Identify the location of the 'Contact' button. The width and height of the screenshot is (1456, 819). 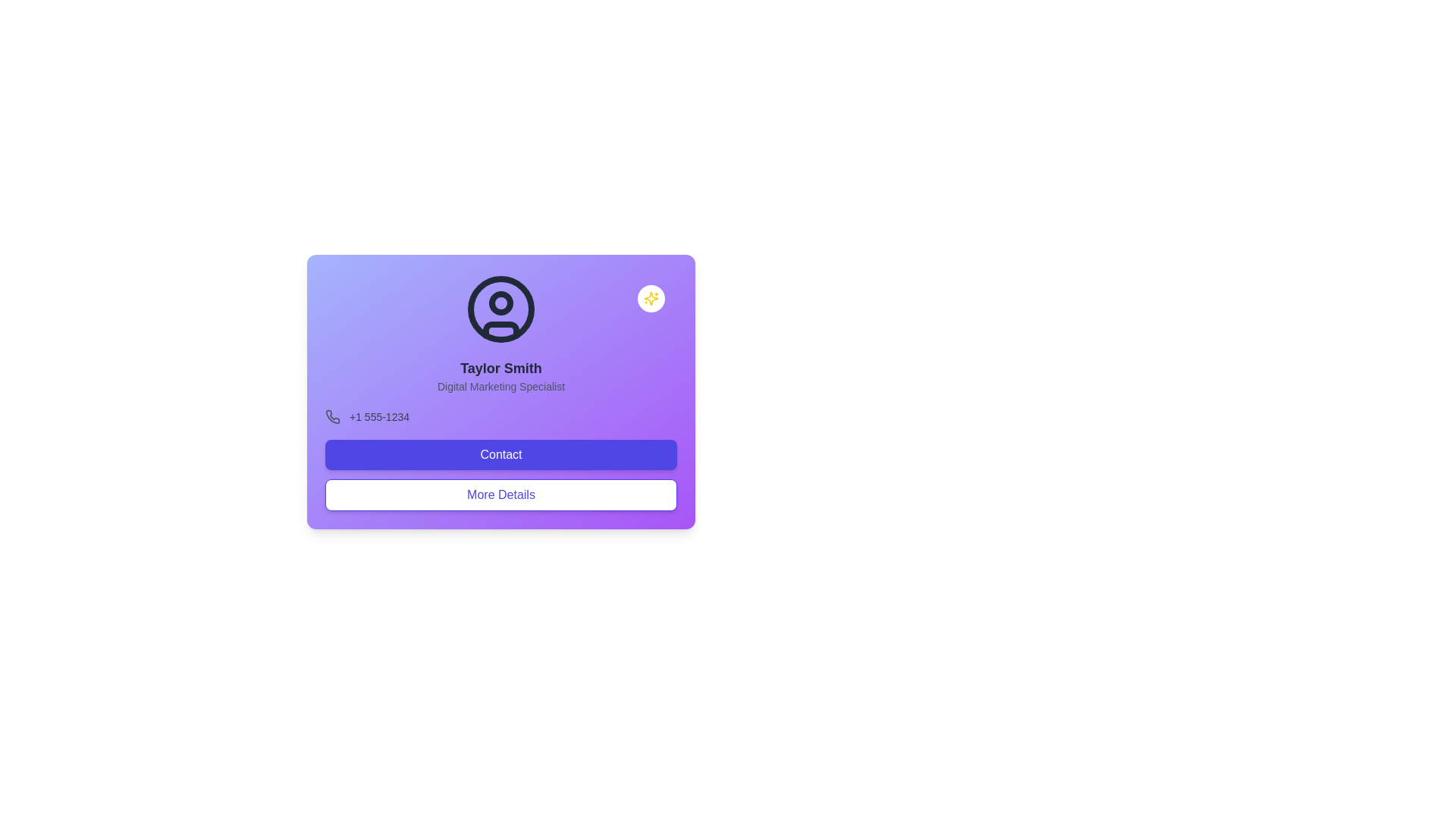
(501, 454).